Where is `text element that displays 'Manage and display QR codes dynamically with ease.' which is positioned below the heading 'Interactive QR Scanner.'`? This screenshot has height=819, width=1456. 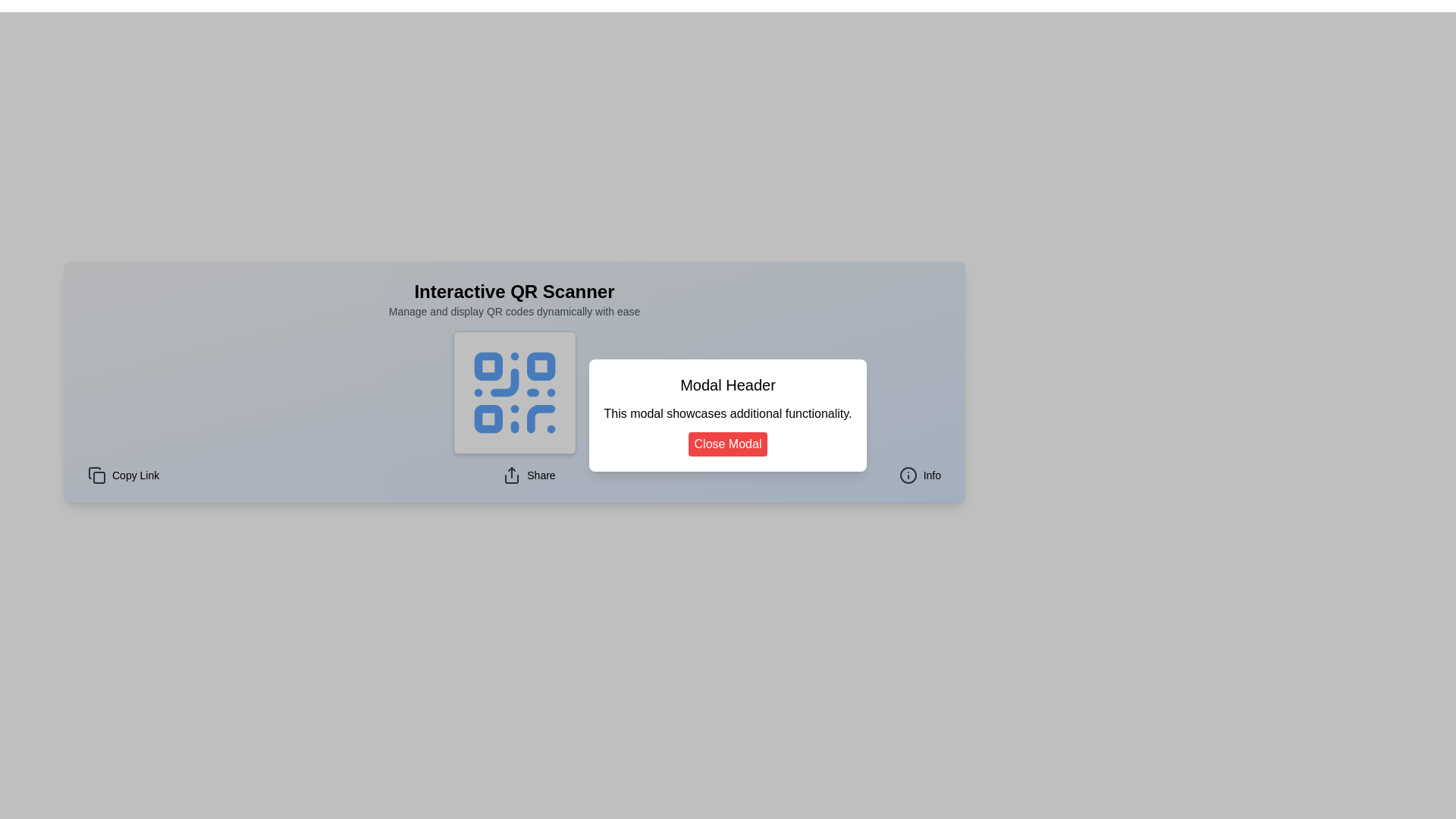 text element that displays 'Manage and display QR codes dynamically with ease.' which is positioned below the heading 'Interactive QR Scanner.' is located at coordinates (514, 311).